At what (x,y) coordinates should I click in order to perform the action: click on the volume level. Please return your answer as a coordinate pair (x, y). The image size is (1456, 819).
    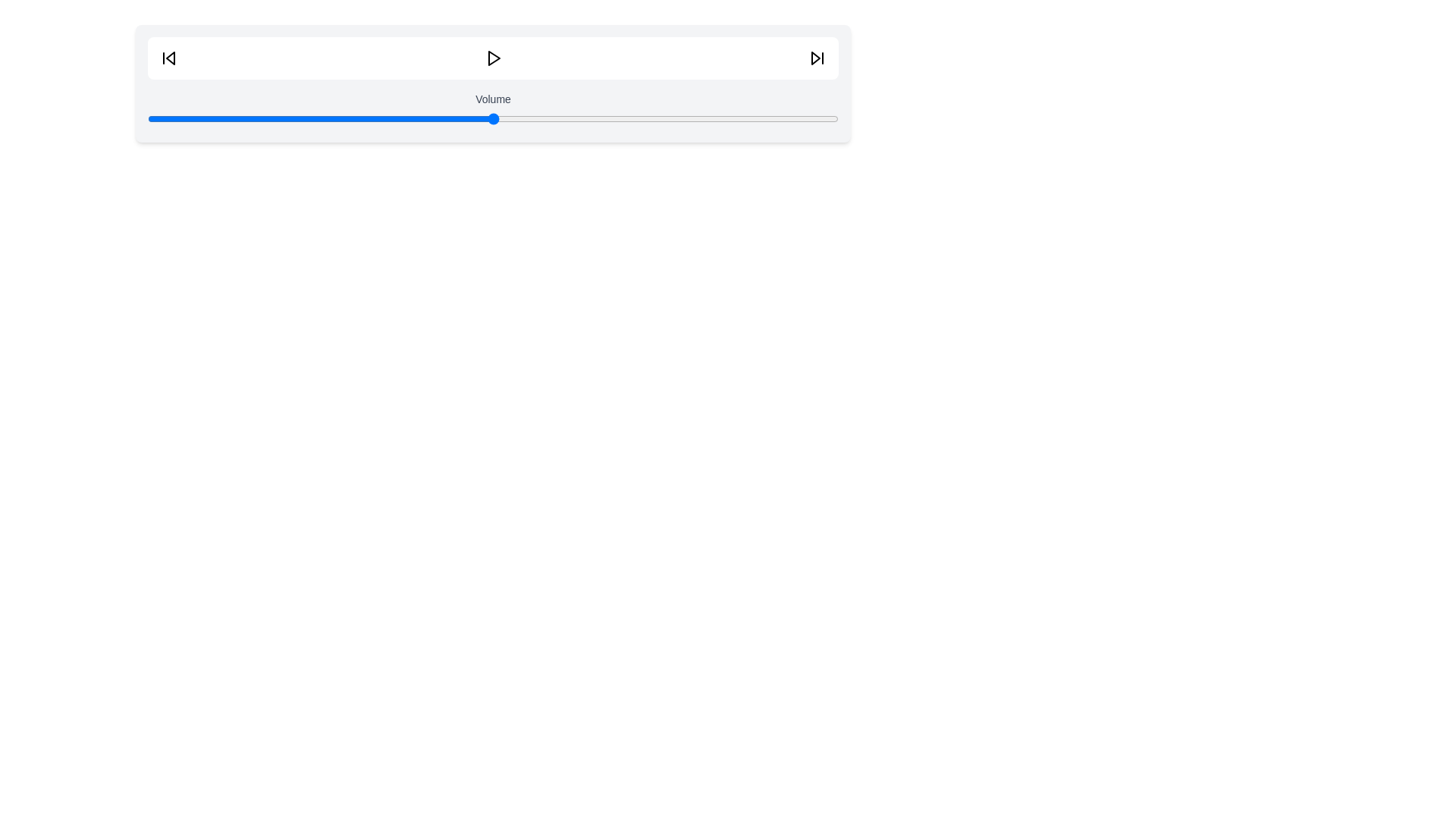
    Looking at the image, I should click on (424, 118).